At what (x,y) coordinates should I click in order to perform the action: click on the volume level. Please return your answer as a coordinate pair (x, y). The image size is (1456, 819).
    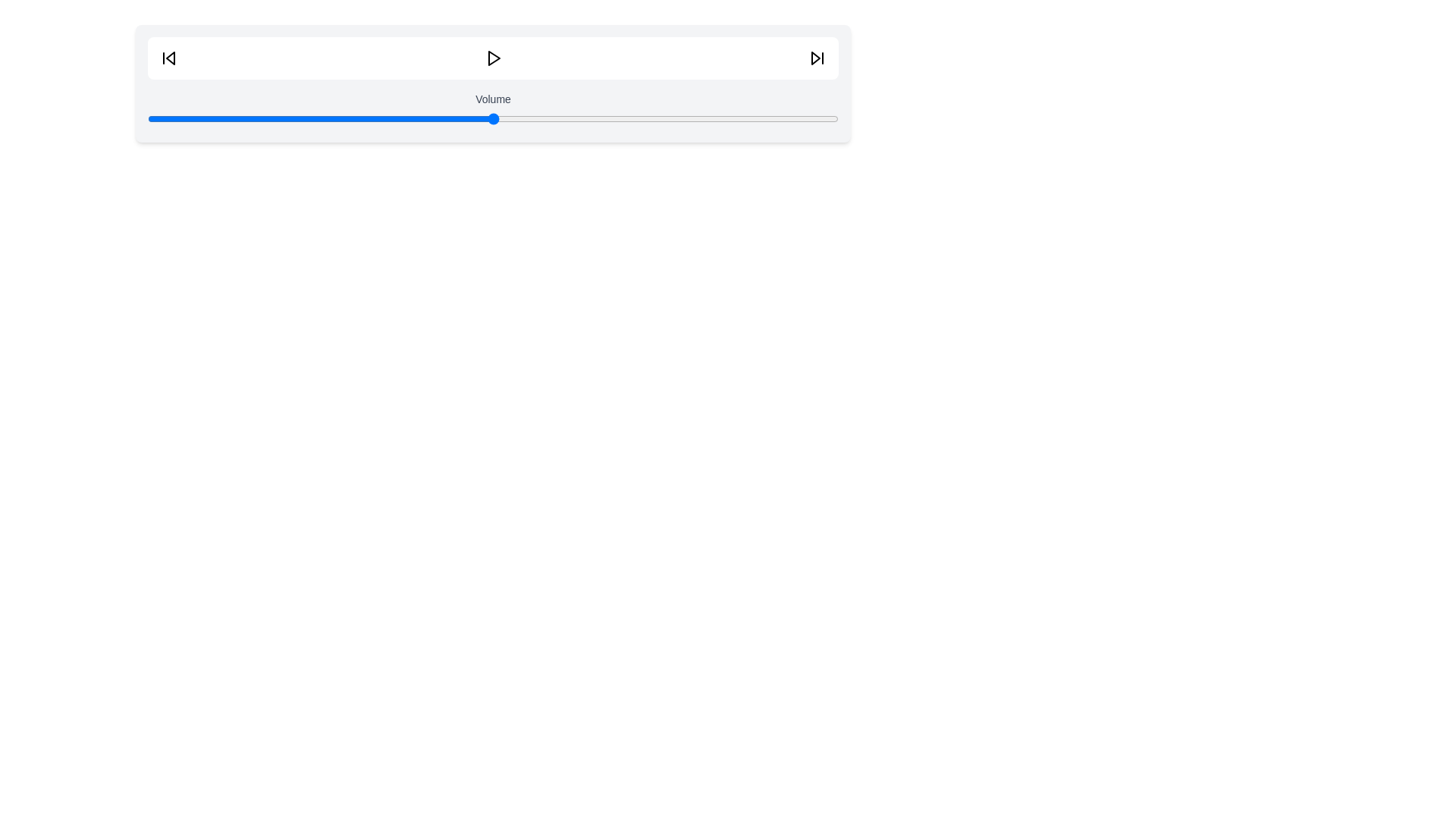
    Looking at the image, I should click on (424, 118).